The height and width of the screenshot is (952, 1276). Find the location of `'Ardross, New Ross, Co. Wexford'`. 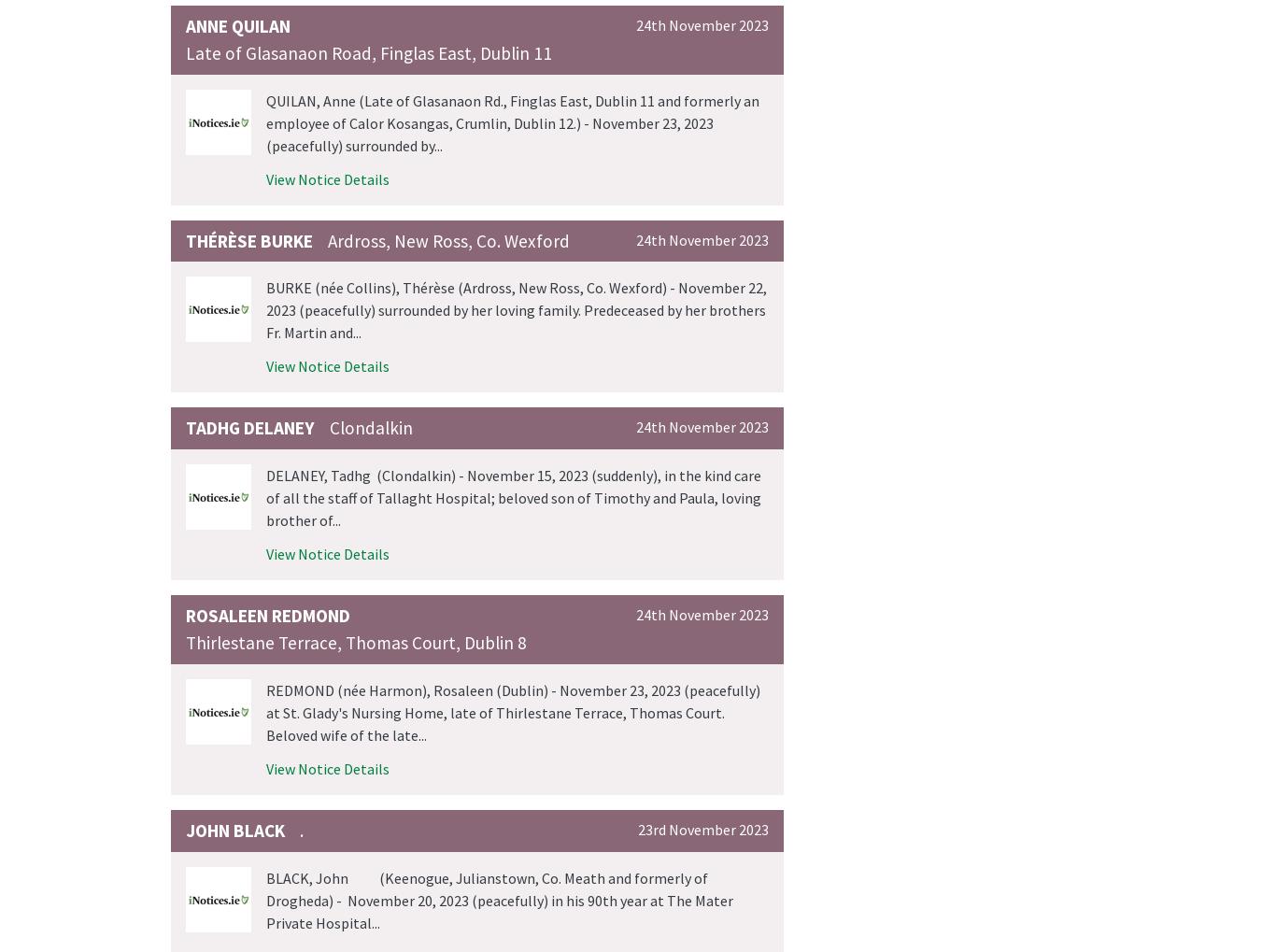

'Ardross, New Ross, Co. Wexford' is located at coordinates (448, 239).